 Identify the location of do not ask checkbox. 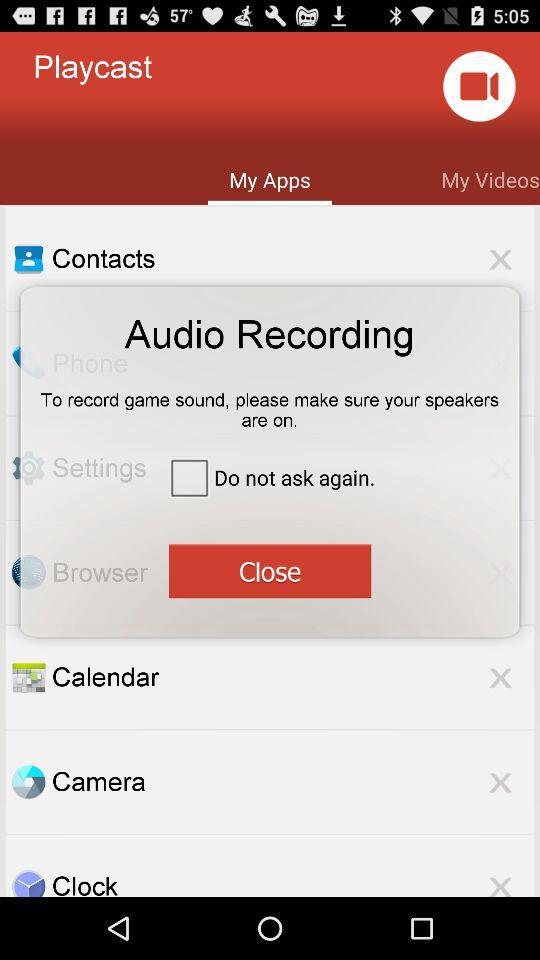
(269, 477).